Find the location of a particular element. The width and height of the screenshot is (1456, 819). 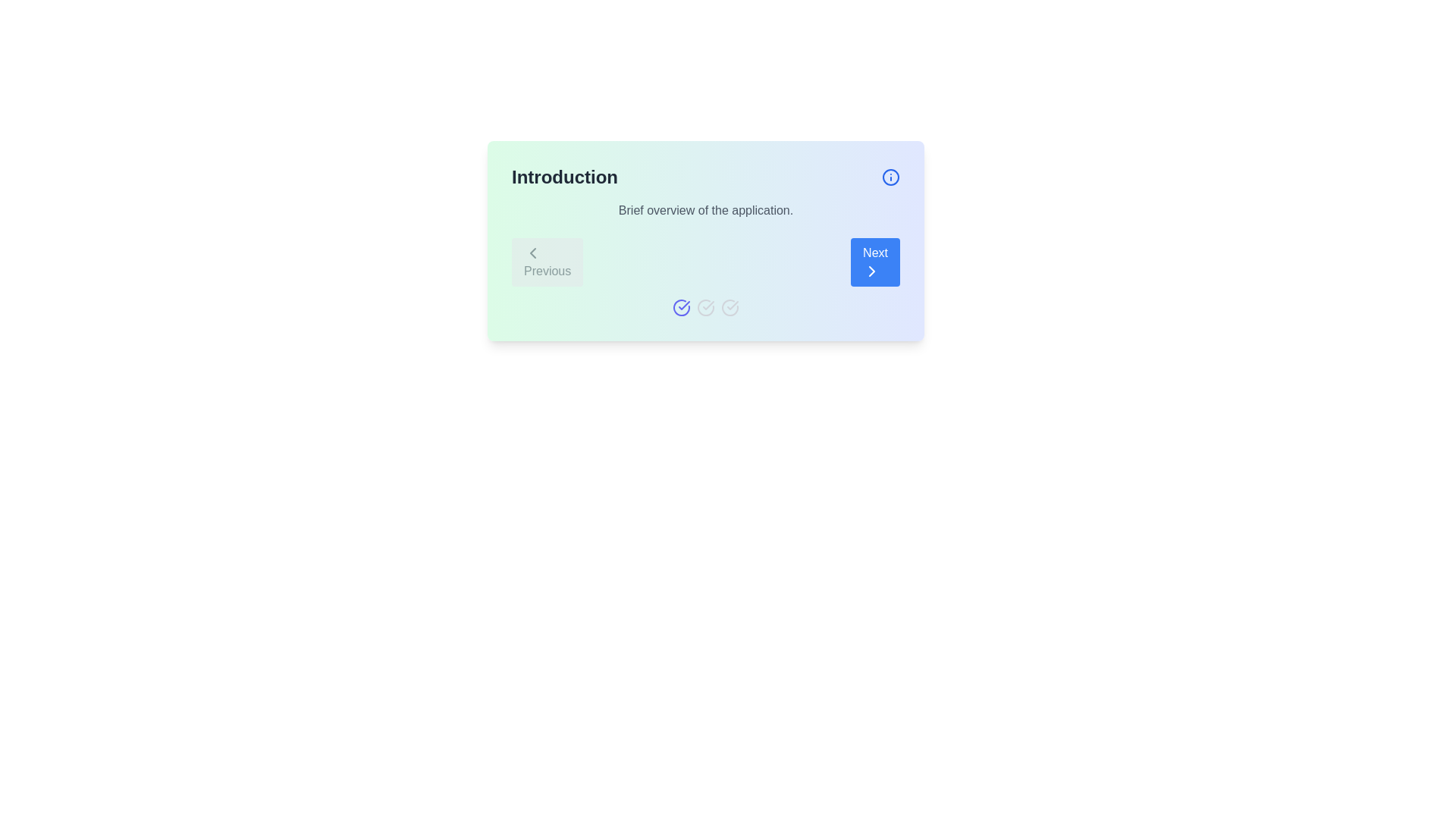

static text that displays 'Brief overview of the application.' located centrally beneath the 'Introduction' heading is located at coordinates (705, 210).